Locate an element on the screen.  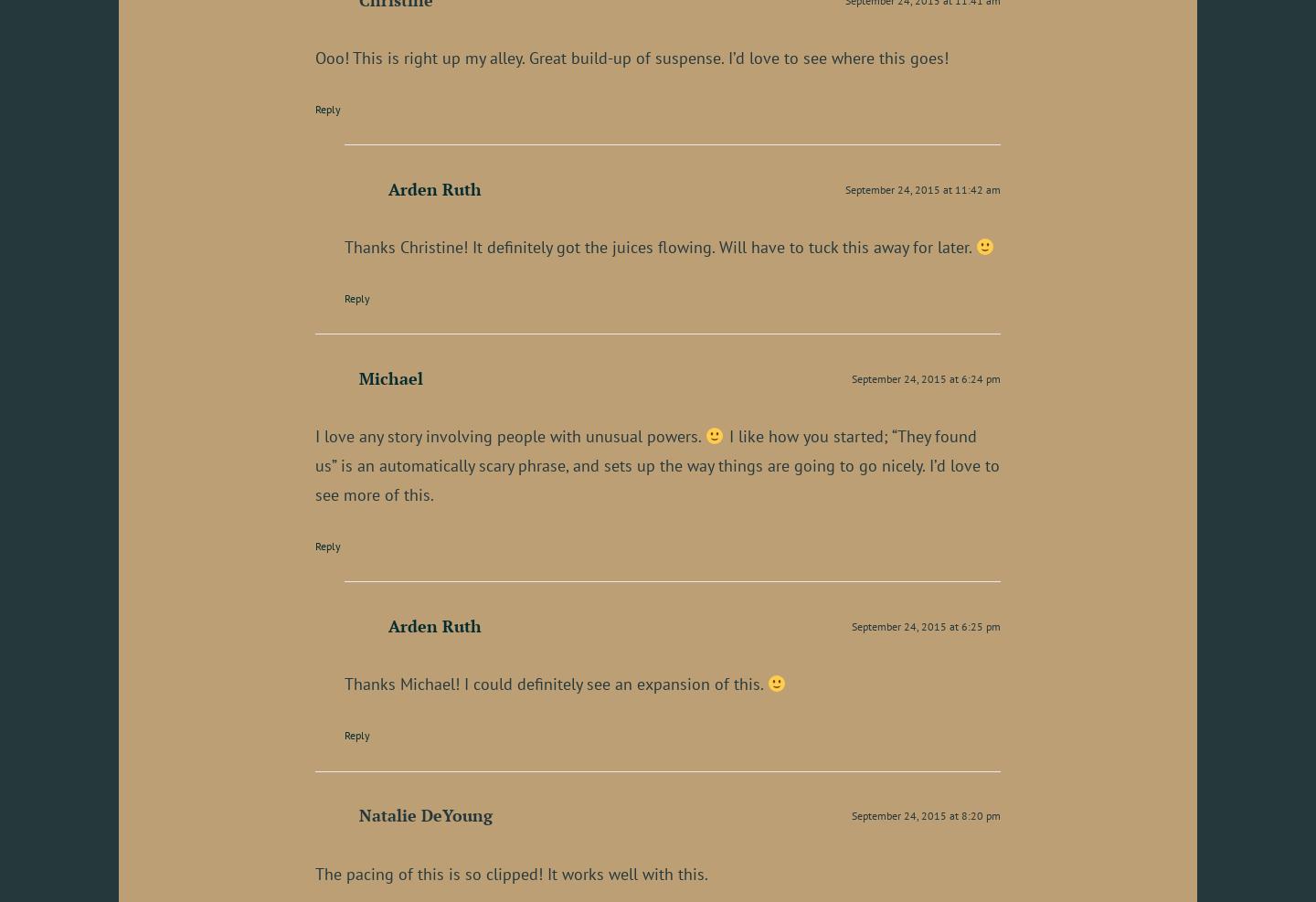
'I like how you started; “They found us” is an automatically scary phrase, and sets up the way things are going to go nicely. I’d love to see more of this.' is located at coordinates (315, 465).